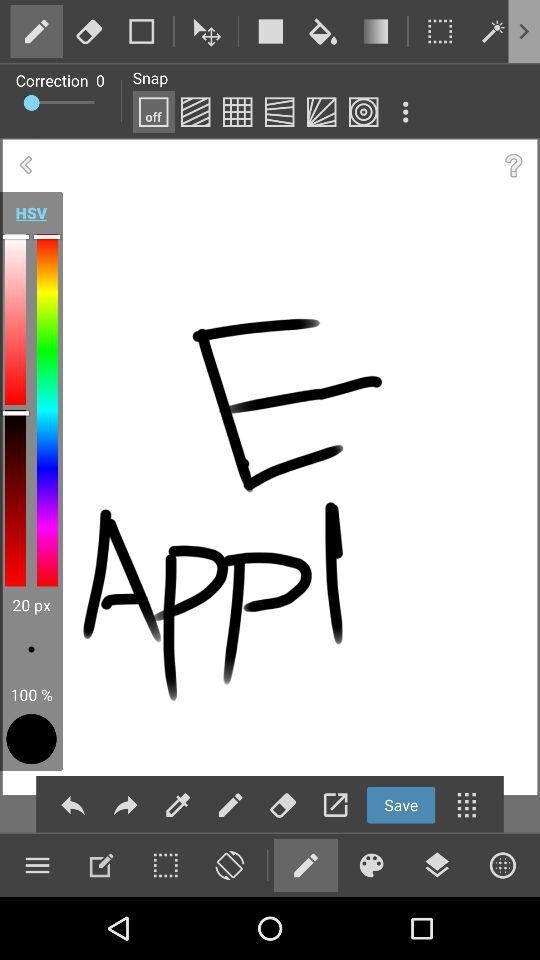 This screenshot has width=540, height=960. Describe the element at coordinates (36, 30) in the screenshot. I see `drawing` at that location.